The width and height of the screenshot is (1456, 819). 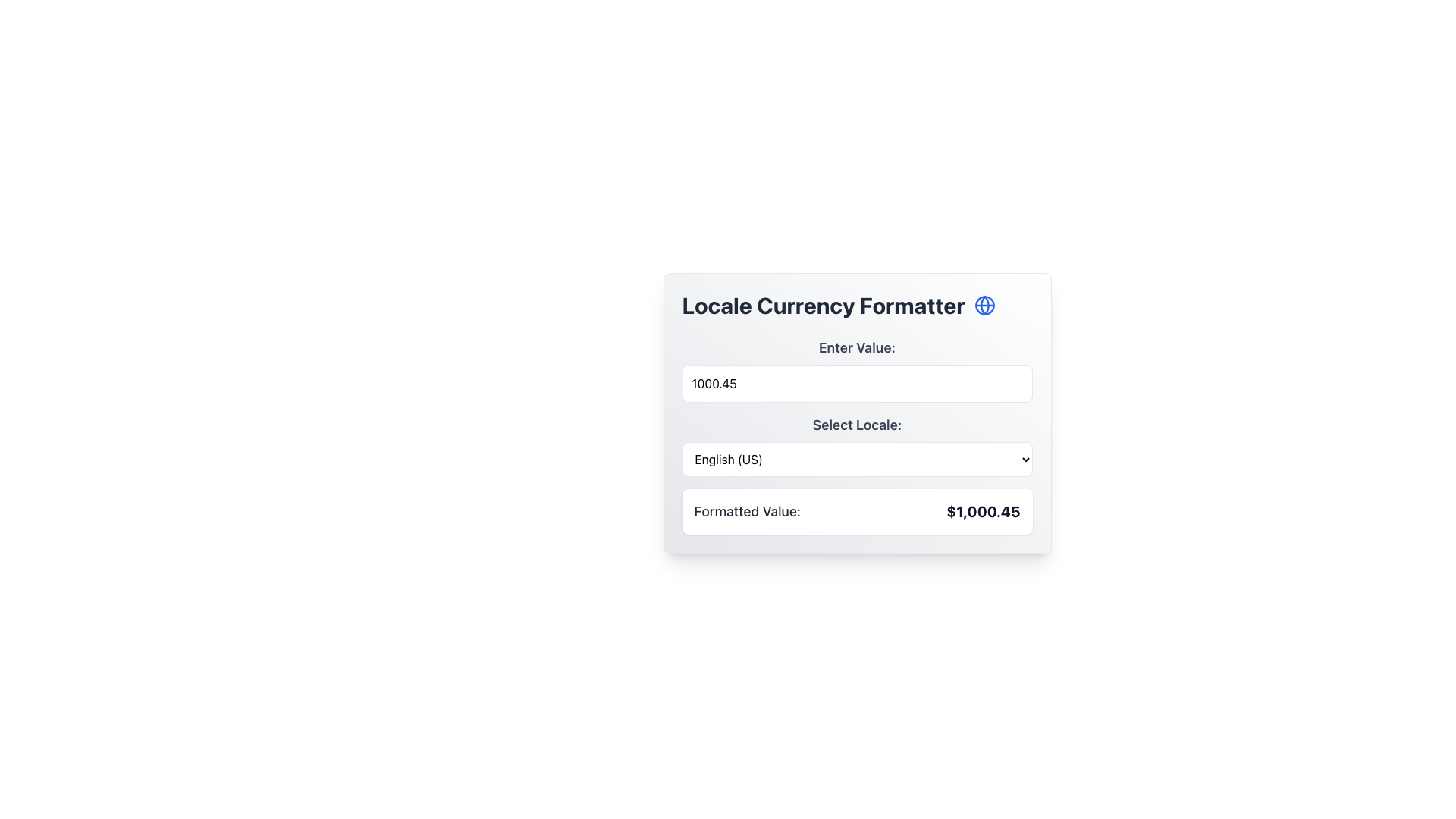 What do you see at coordinates (857, 444) in the screenshot?
I see `the 'Select Locale:' dropdown menu` at bounding box center [857, 444].